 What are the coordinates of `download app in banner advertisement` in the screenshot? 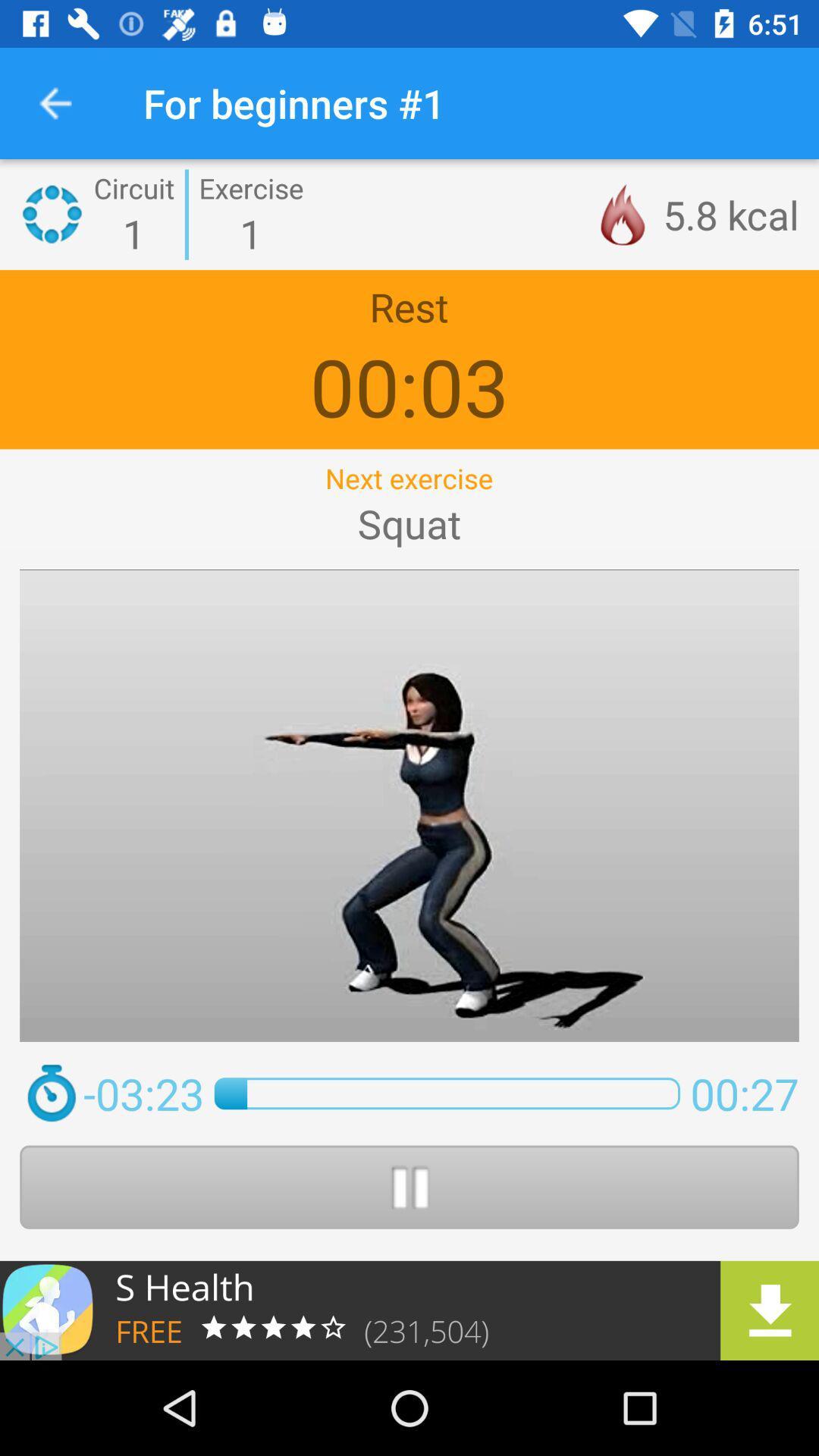 It's located at (409, 1310).